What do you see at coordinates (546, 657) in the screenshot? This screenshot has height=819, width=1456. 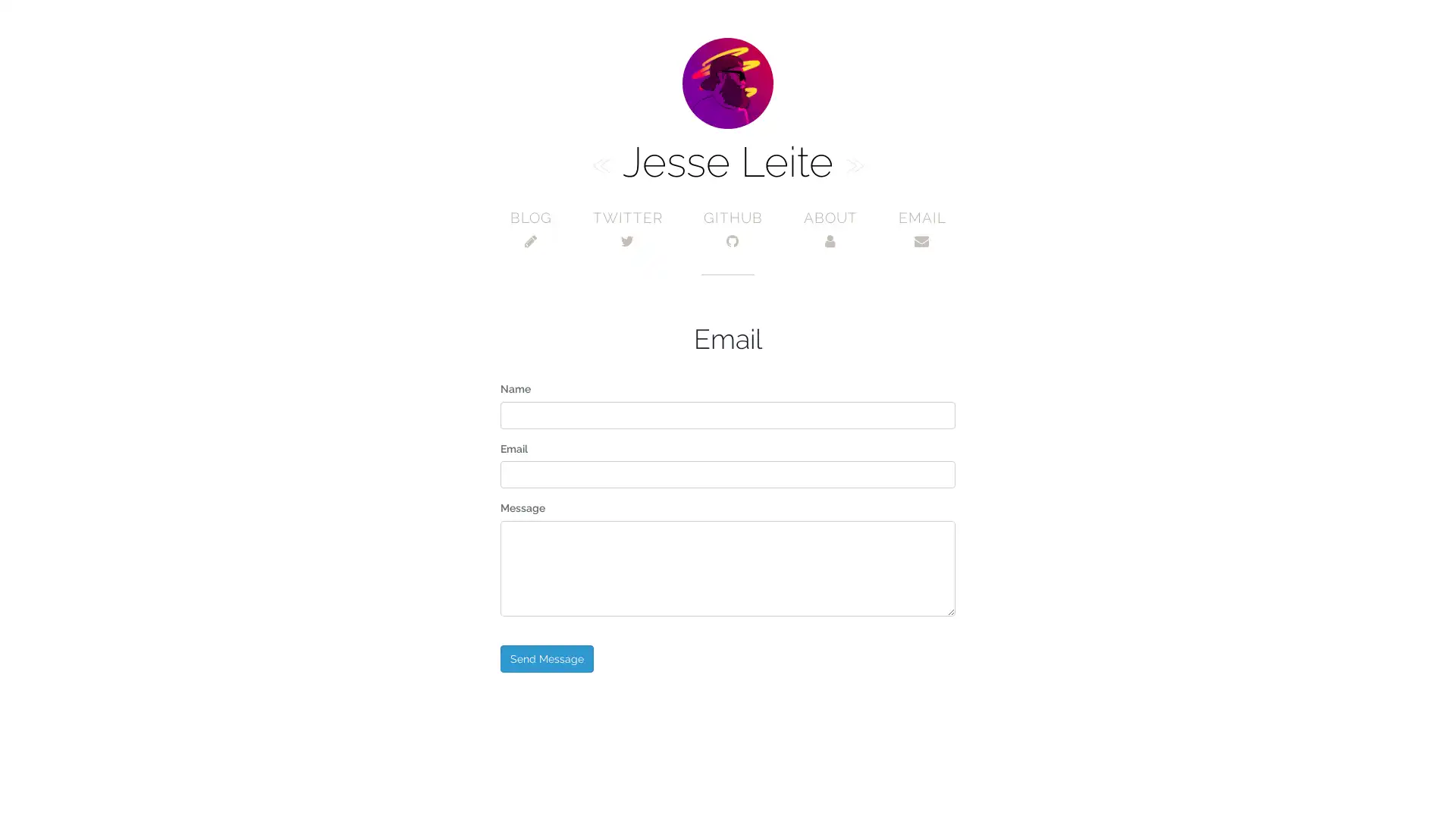 I see `Send Message` at bounding box center [546, 657].